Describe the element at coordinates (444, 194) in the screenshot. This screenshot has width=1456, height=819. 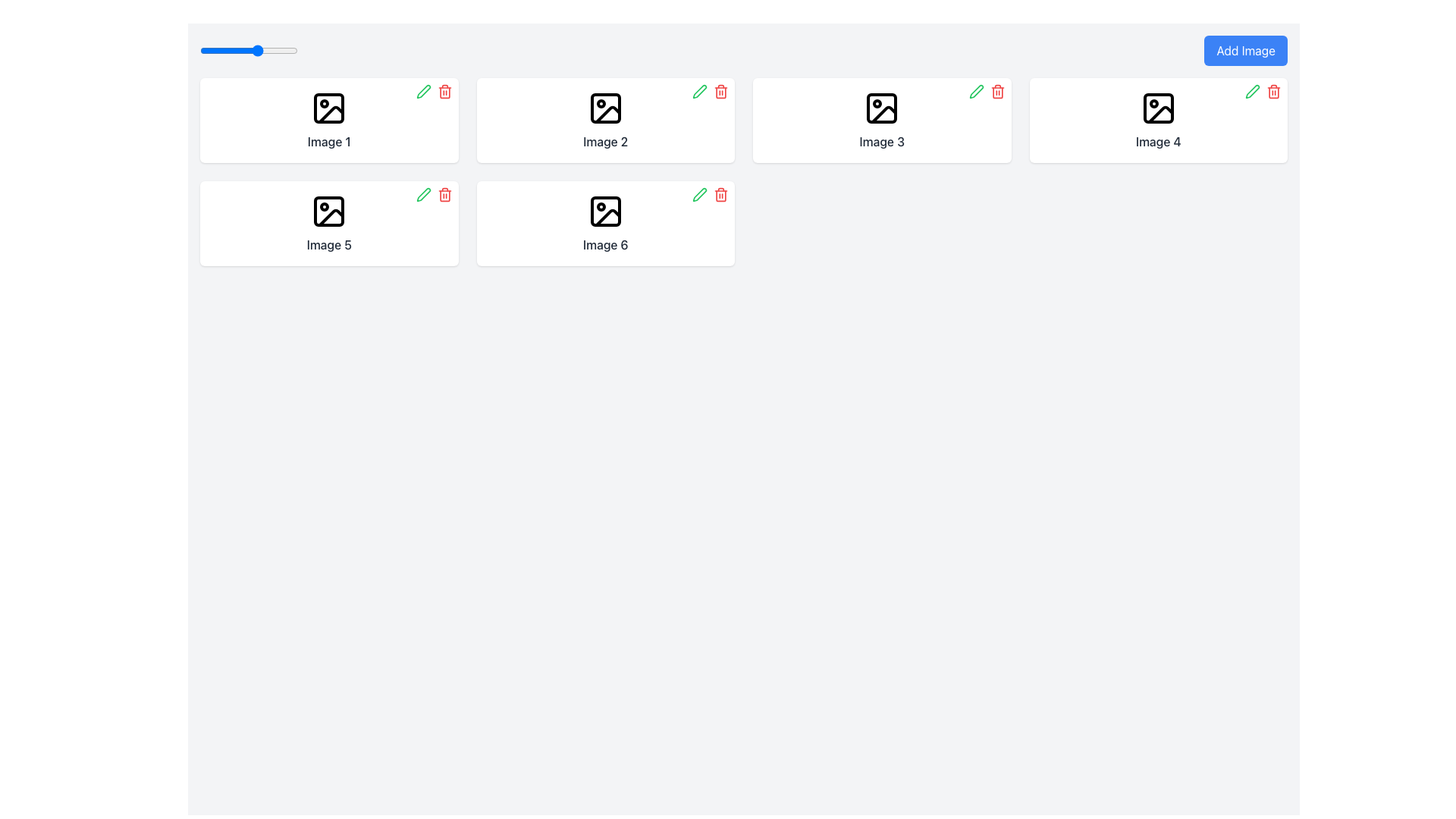
I see `the delete button located at the top right corner of the image card` at that location.